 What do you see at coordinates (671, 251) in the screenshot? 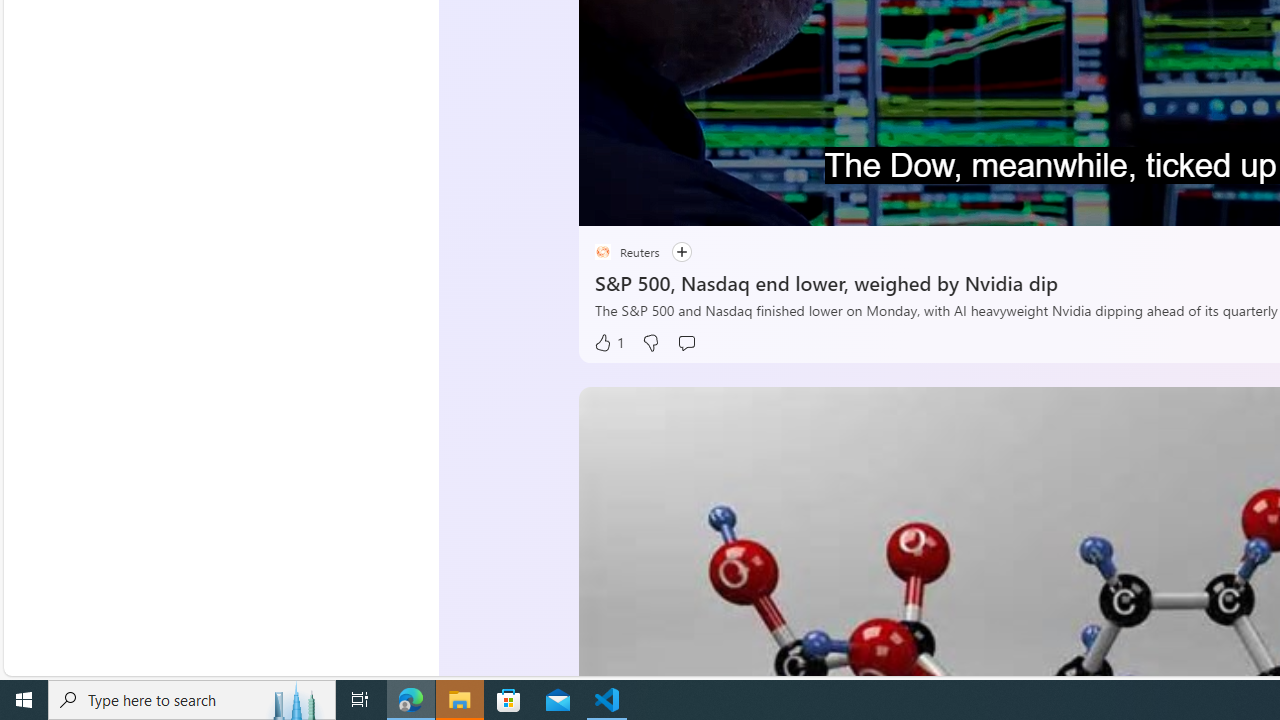
I see `'Follow'` at bounding box center [671, 251].